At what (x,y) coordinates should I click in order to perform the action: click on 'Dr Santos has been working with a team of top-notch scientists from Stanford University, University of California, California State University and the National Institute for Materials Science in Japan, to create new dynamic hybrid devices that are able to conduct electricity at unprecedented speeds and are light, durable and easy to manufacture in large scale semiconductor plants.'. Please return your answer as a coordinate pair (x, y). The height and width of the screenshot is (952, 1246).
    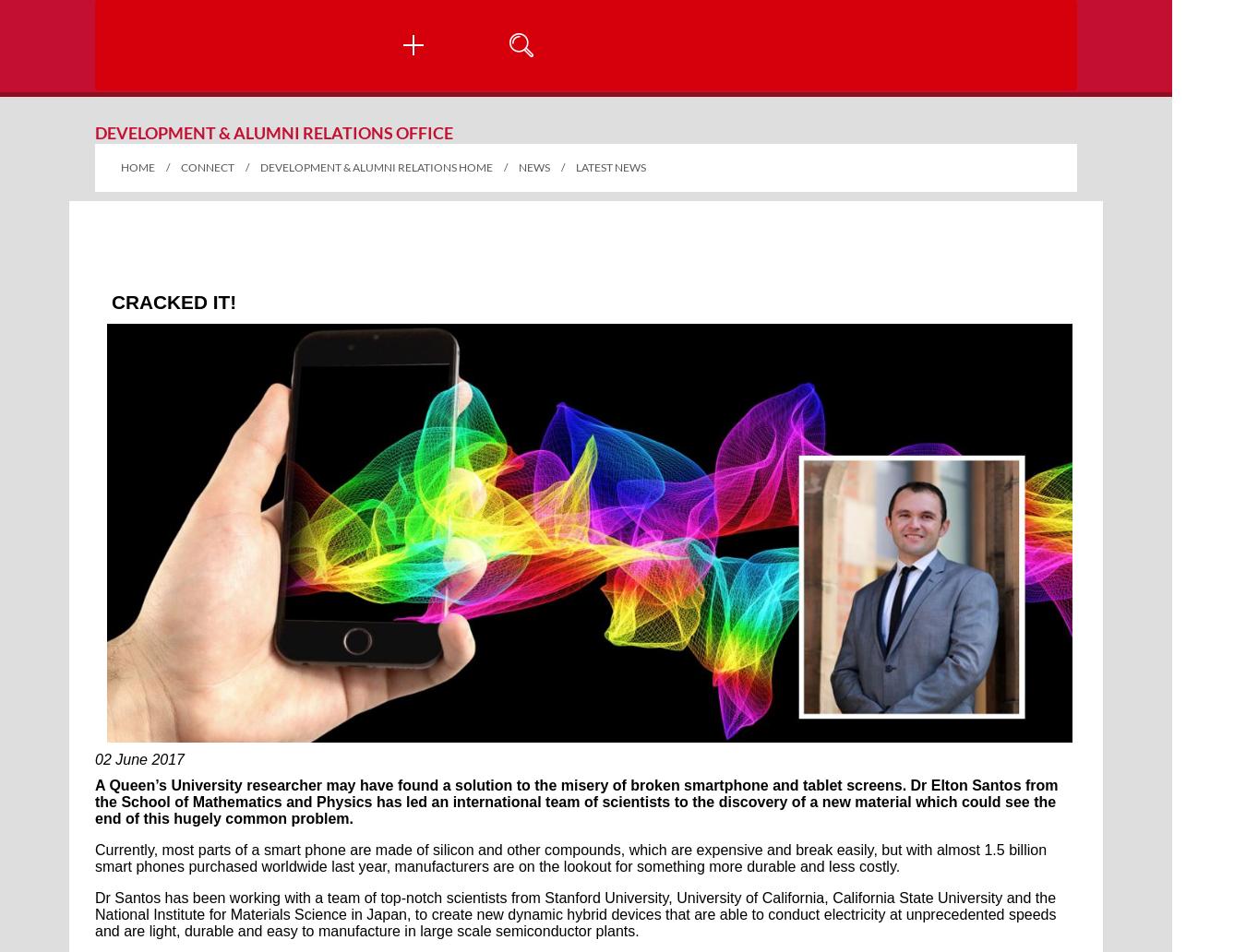
    Looking at the image, I should click on (575, 913).